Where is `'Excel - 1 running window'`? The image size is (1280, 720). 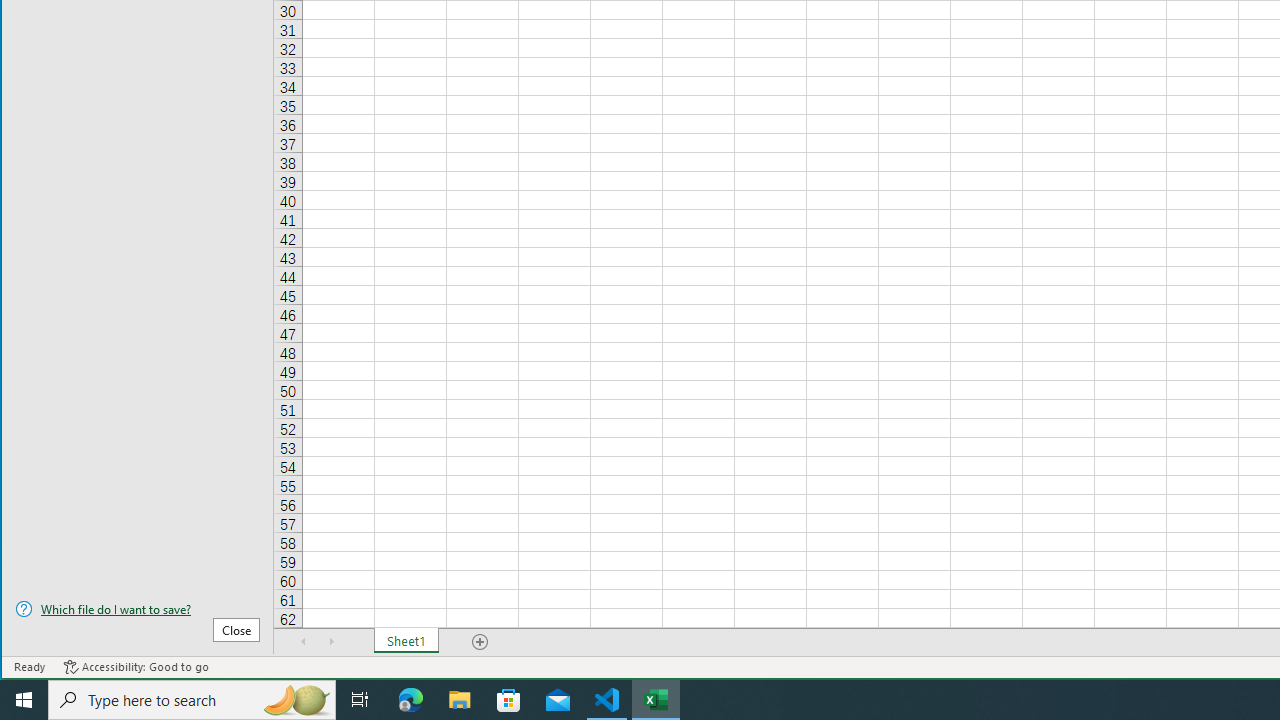 'Excel - 1 running window' is located at coordinates (656, 698).